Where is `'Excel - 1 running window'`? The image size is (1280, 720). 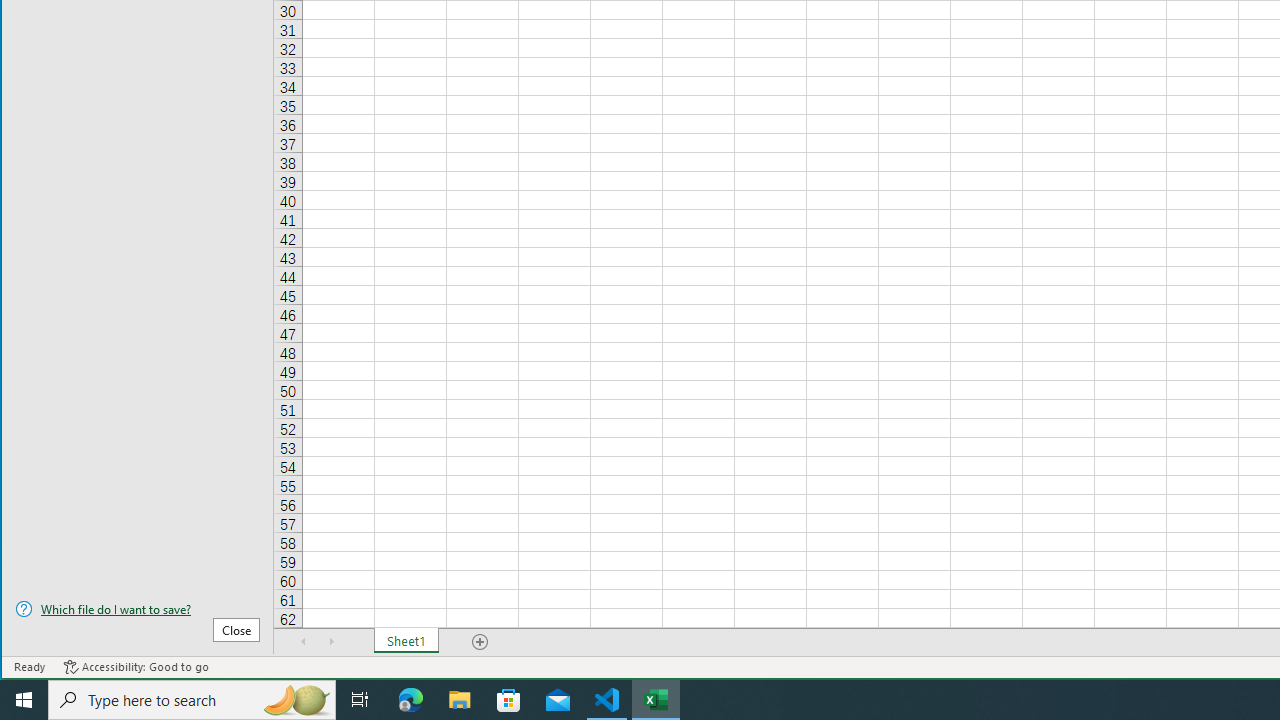 'Excel - 1 running window' is located at coordinates (656, 698).